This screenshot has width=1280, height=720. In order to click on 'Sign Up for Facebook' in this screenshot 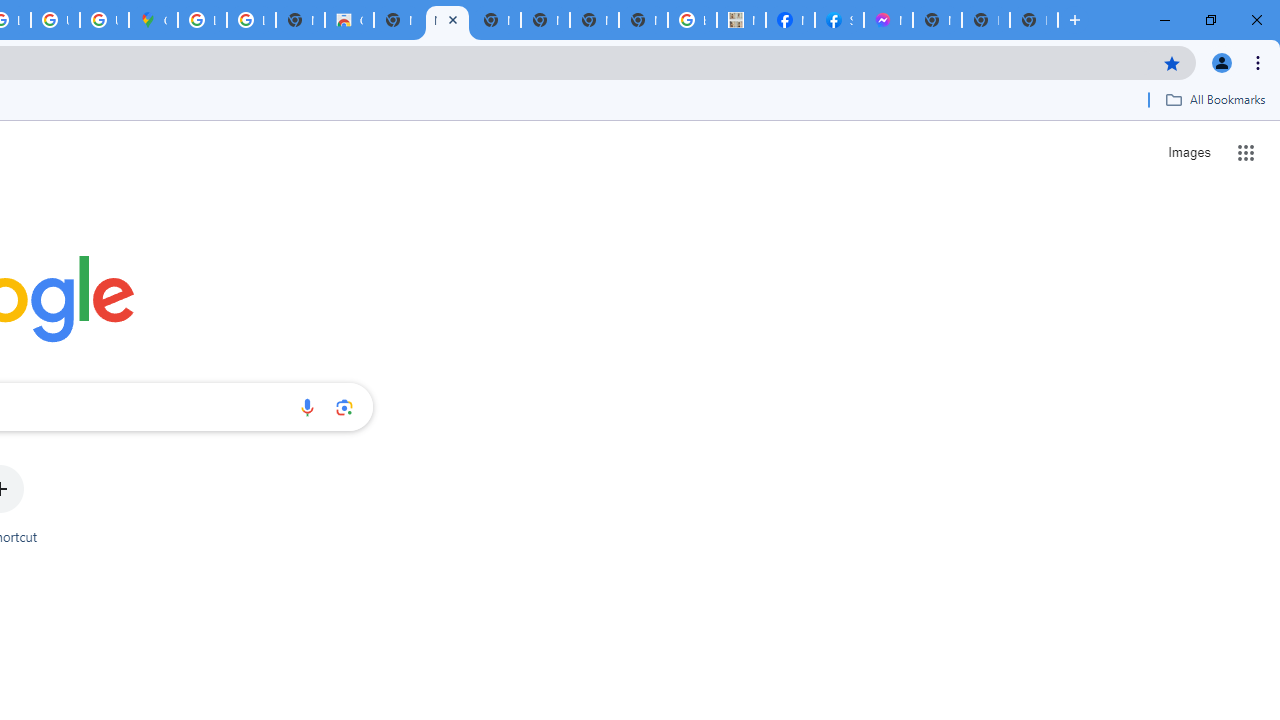, I will do `click(839, 20)`.